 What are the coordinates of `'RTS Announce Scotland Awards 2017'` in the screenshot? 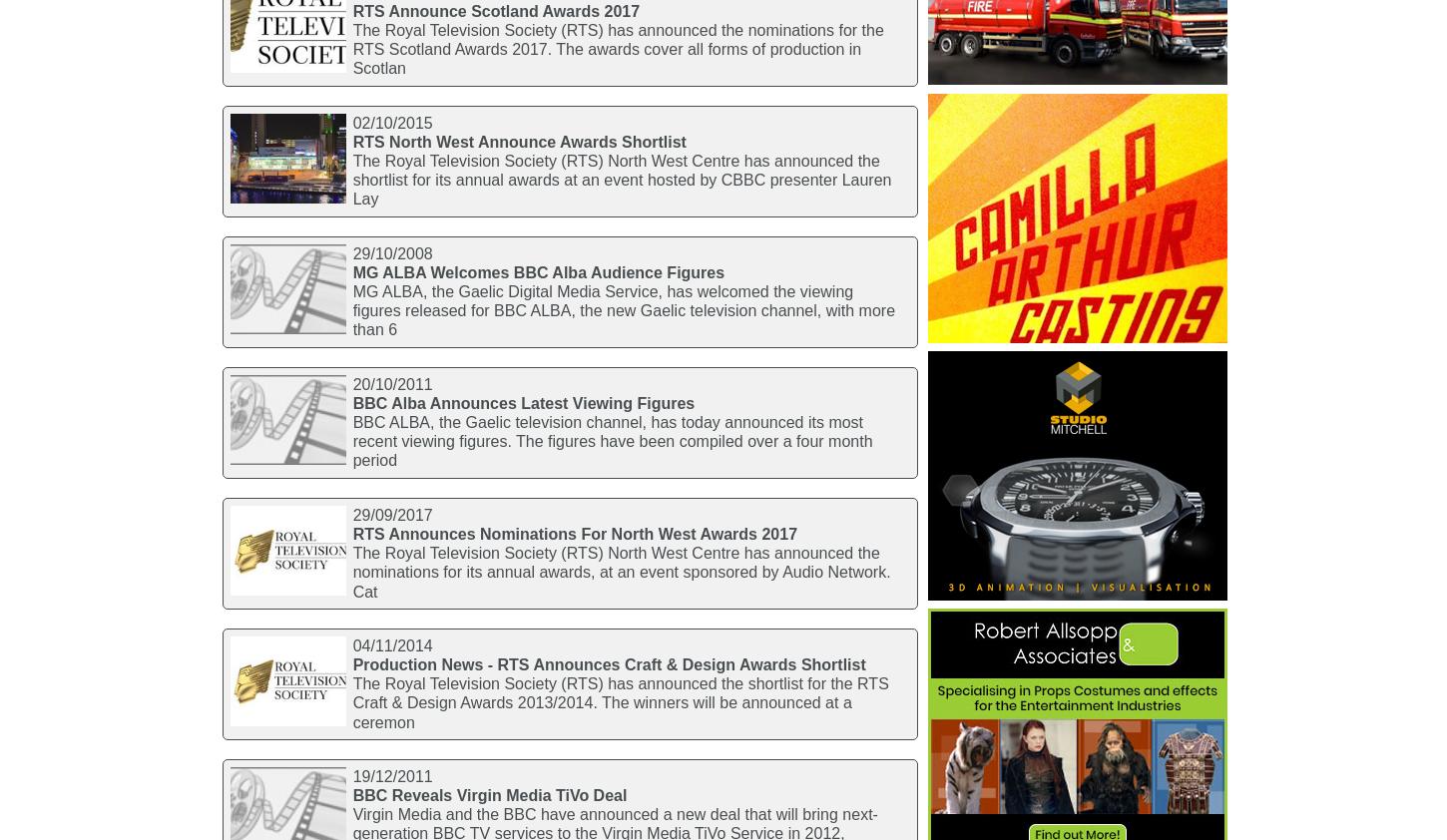 It's located at (496, 9).